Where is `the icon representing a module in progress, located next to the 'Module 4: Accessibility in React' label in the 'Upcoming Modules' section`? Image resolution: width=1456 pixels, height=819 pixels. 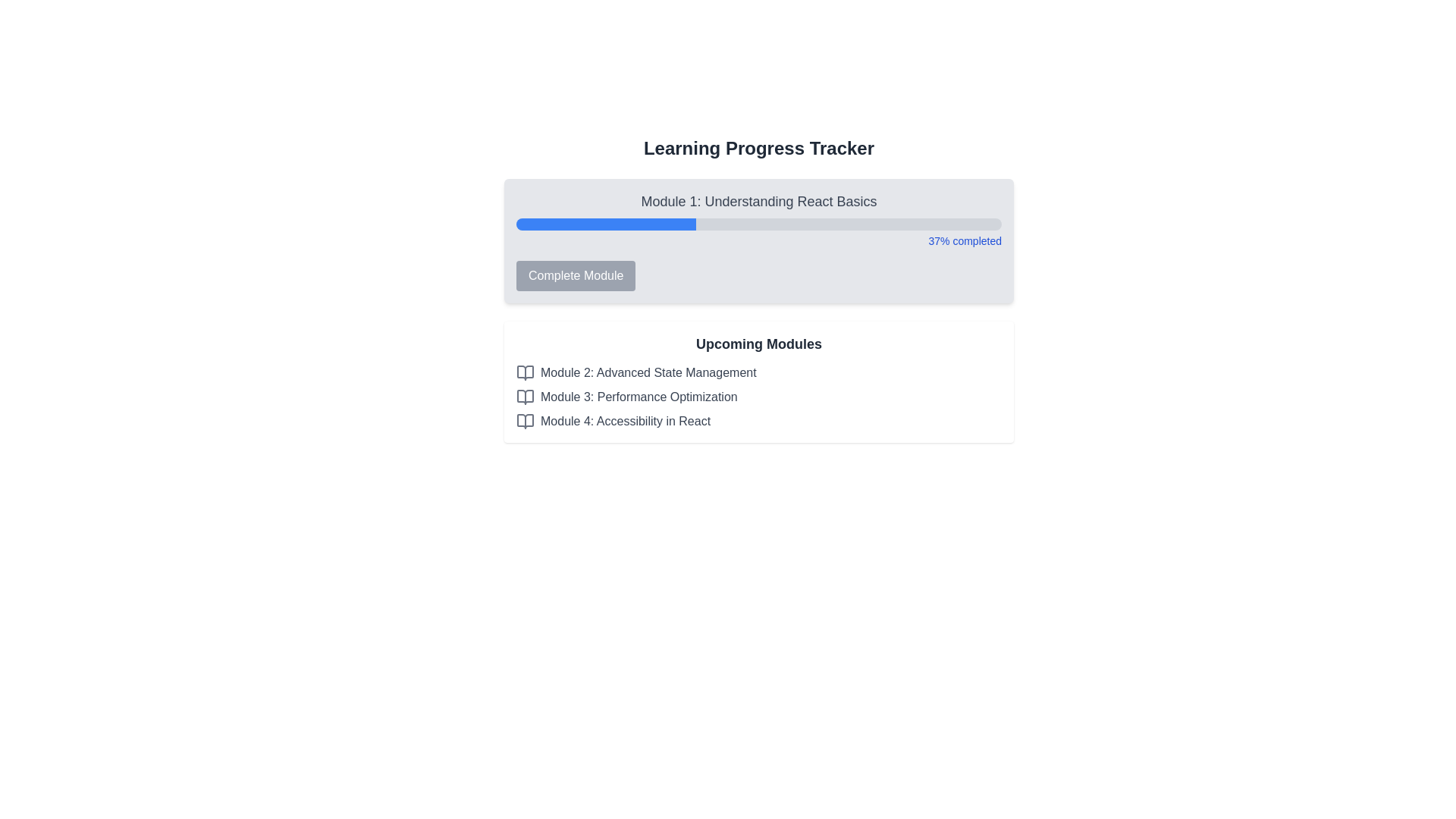
the icon representing a module in progress, located next to the 'Module 4: Accessibility in React' label in the 'Upcoming Modules' section is located at coordinates (525, 421).